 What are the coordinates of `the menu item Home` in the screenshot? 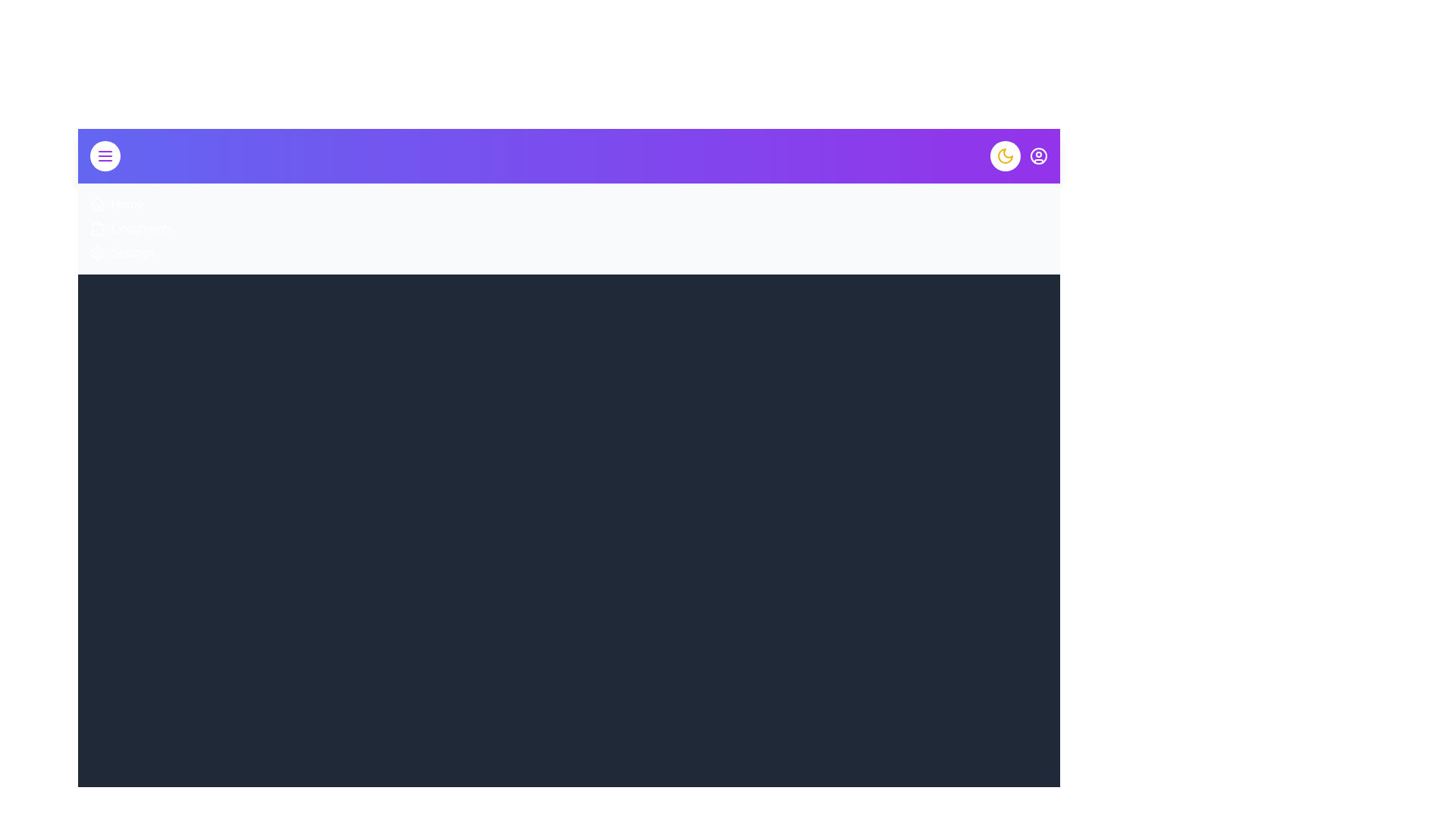 It's located at (127, 205).